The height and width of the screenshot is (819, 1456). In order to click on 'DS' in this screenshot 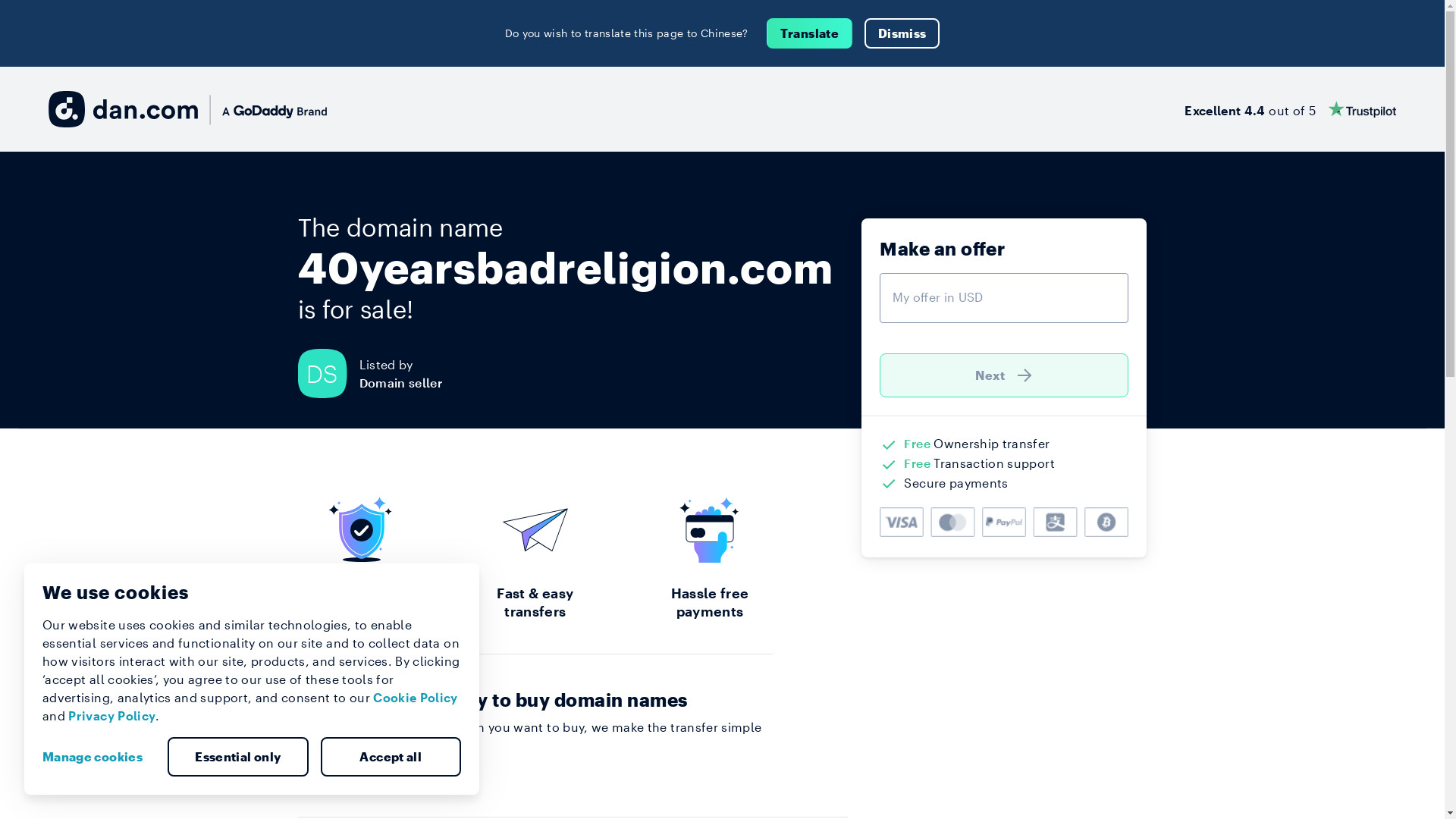, I will do `click(327, 373)`.